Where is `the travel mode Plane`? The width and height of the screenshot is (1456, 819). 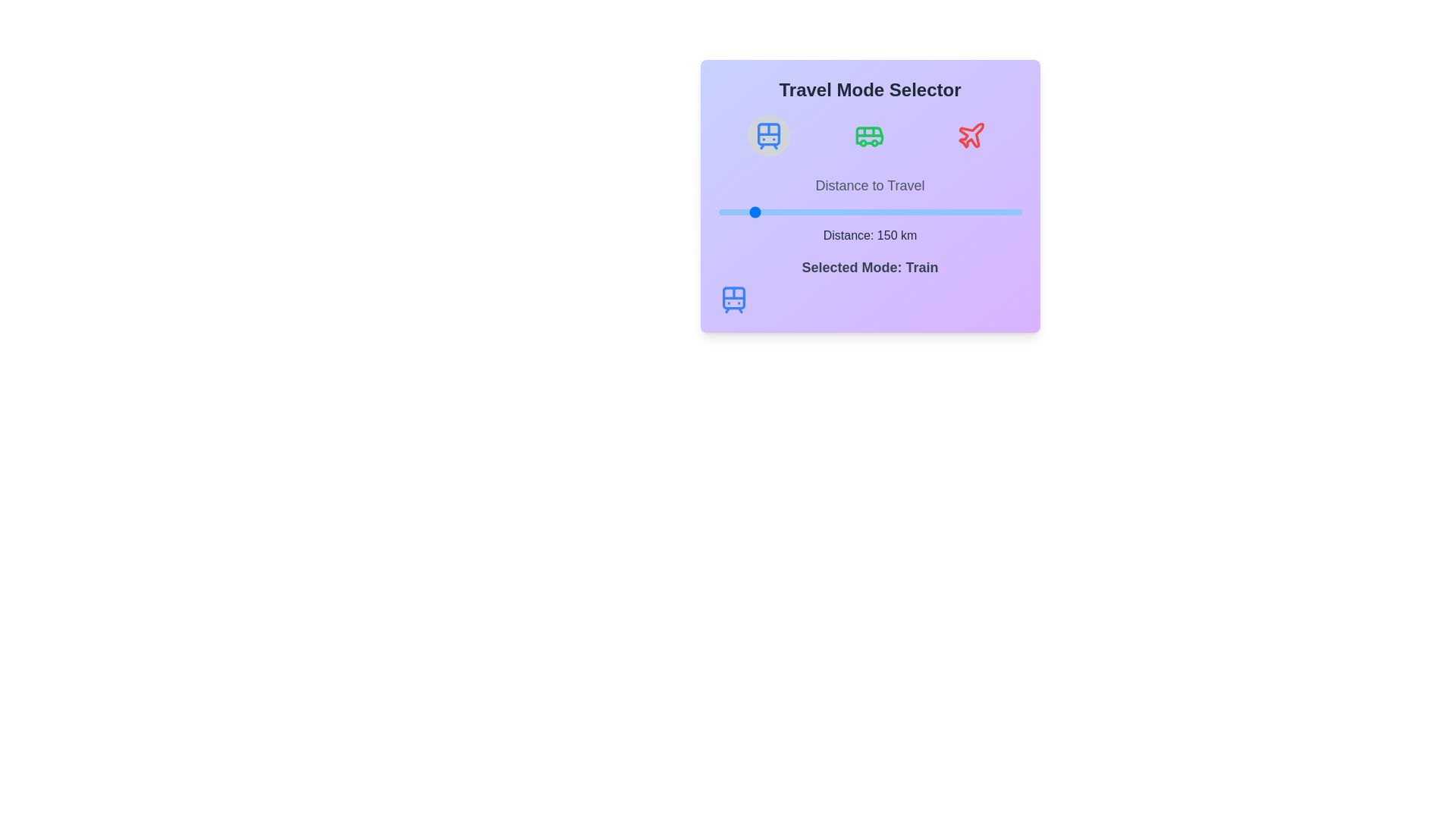 the travel mode Plane is located at coordinates (971, 134).